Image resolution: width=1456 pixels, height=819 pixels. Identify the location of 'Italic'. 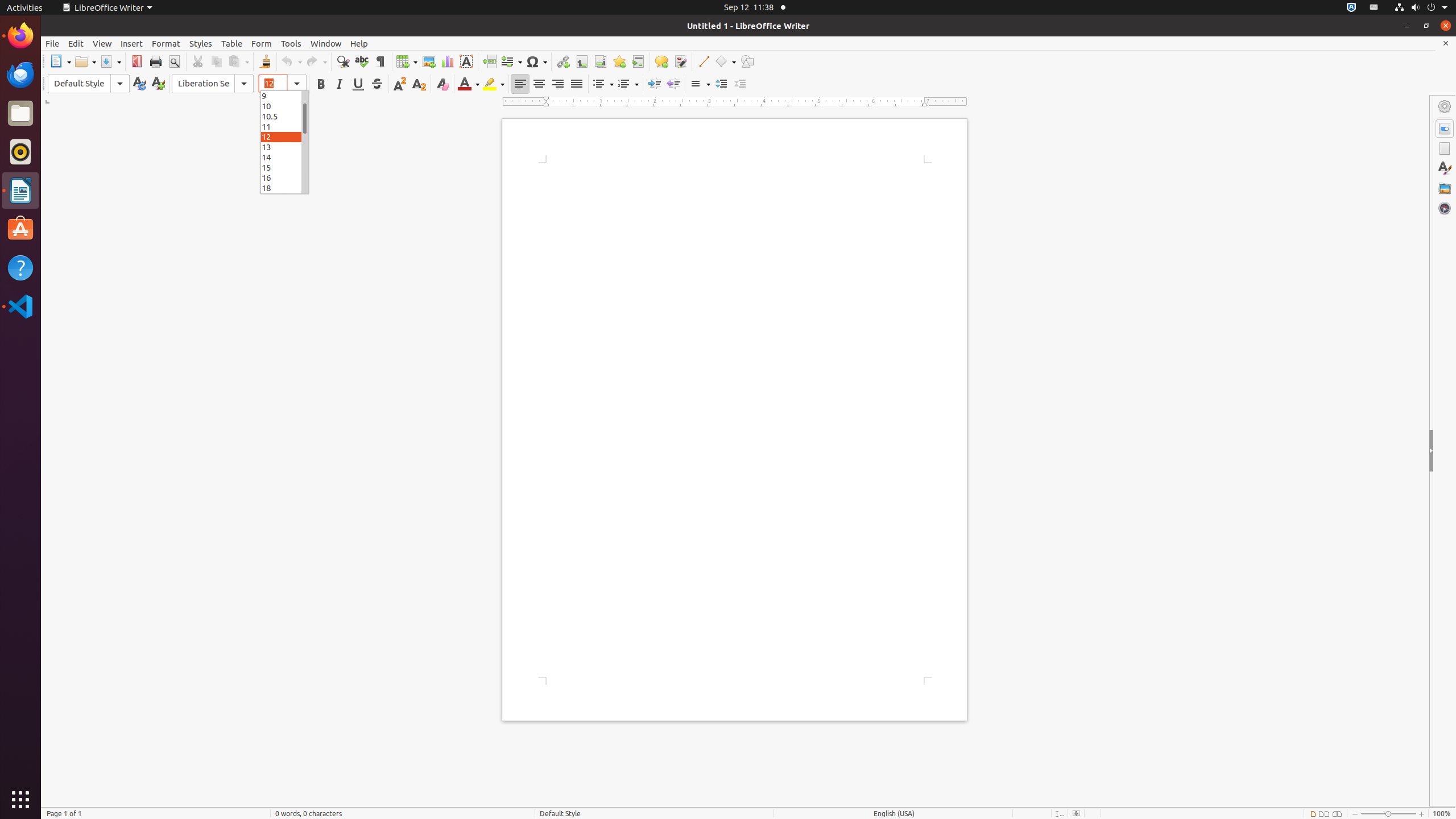
(338, 83).